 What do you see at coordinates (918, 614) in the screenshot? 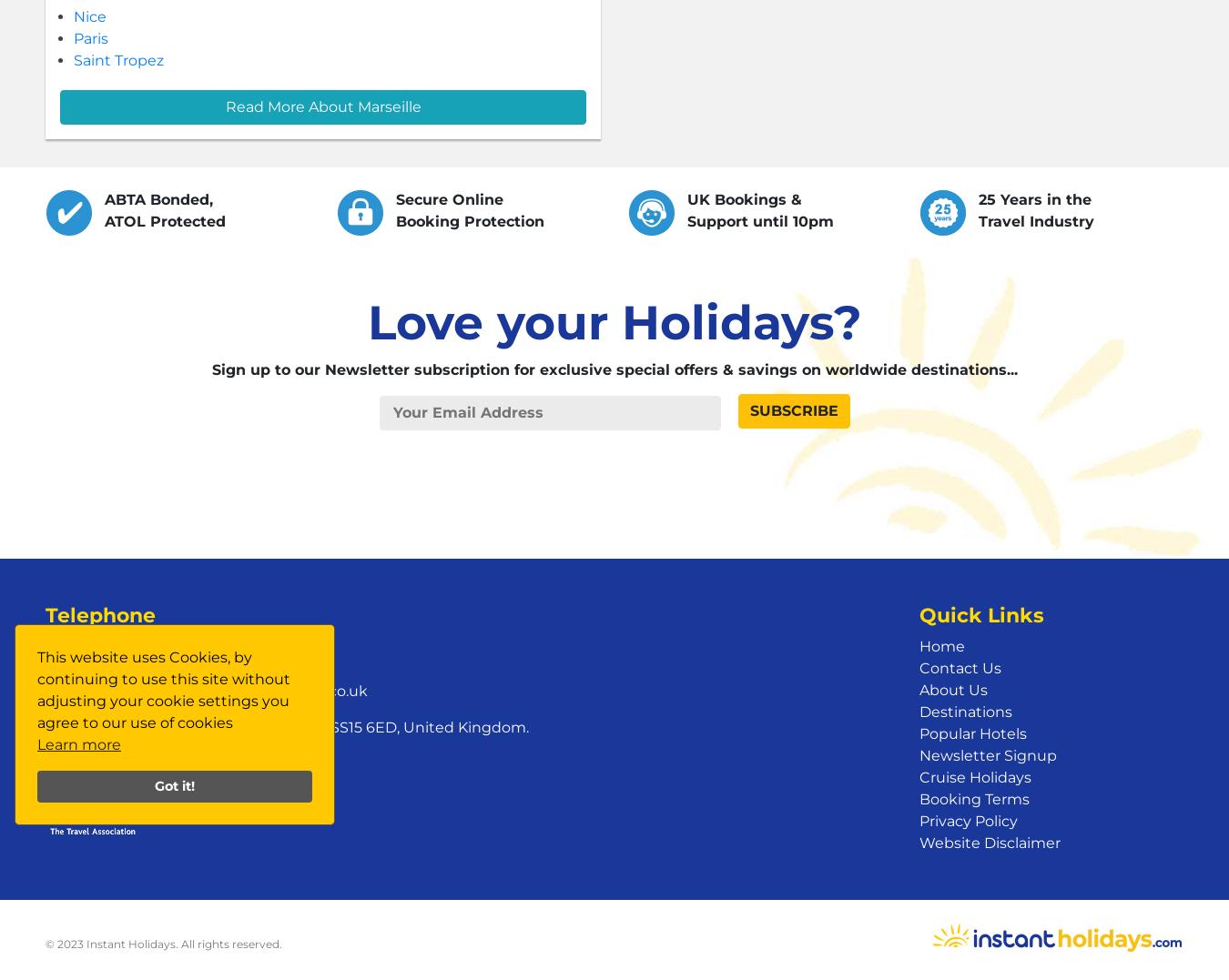
I see `'Quick Links'` at bounding box center [918, 614].